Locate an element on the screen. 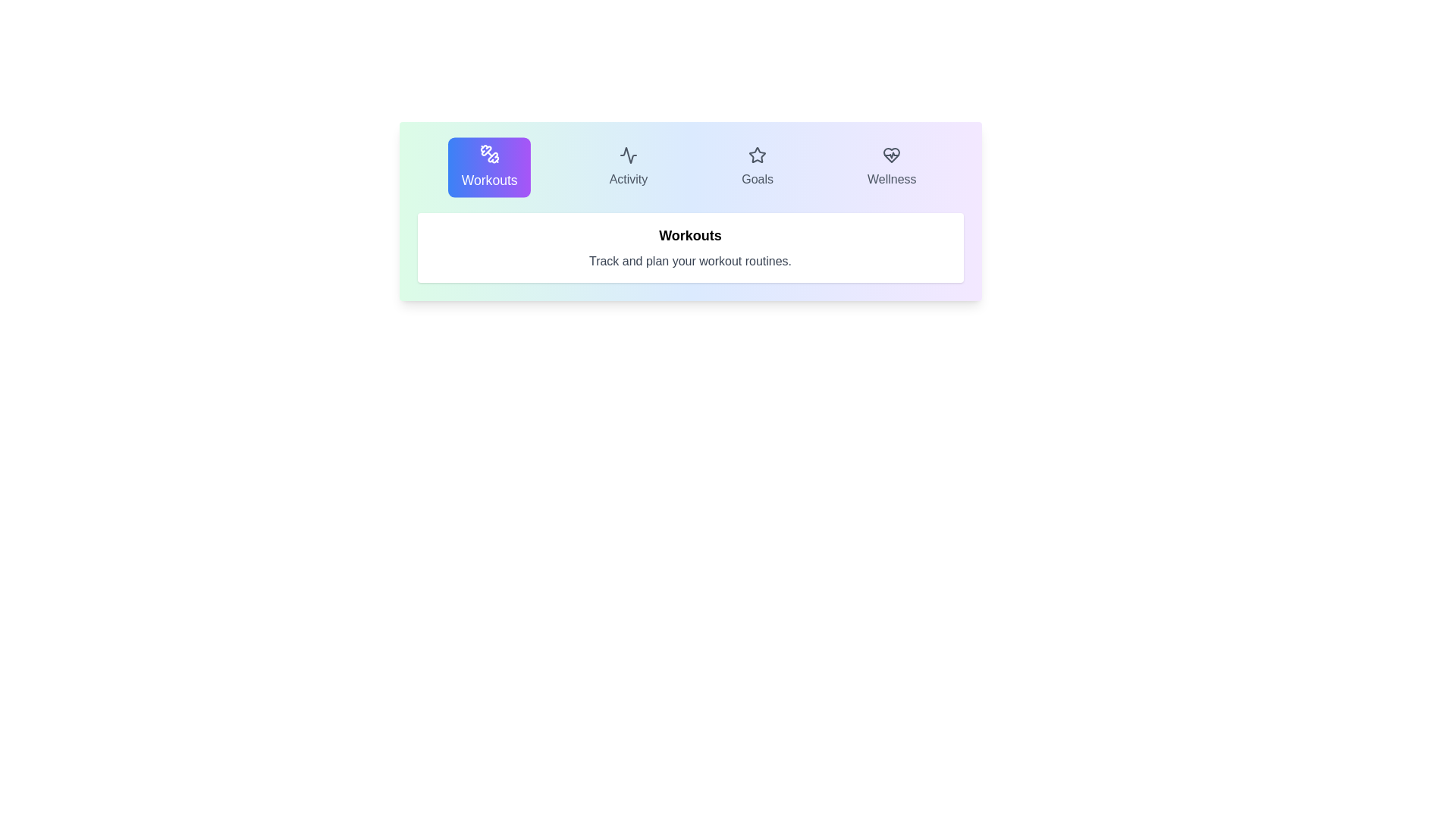 The width and height of the screenshot is (1456, 819). the 'Goals' icon located above the 'Goals' text in the third section of the horizontal navigation bar is located at coordinates (758, 155).